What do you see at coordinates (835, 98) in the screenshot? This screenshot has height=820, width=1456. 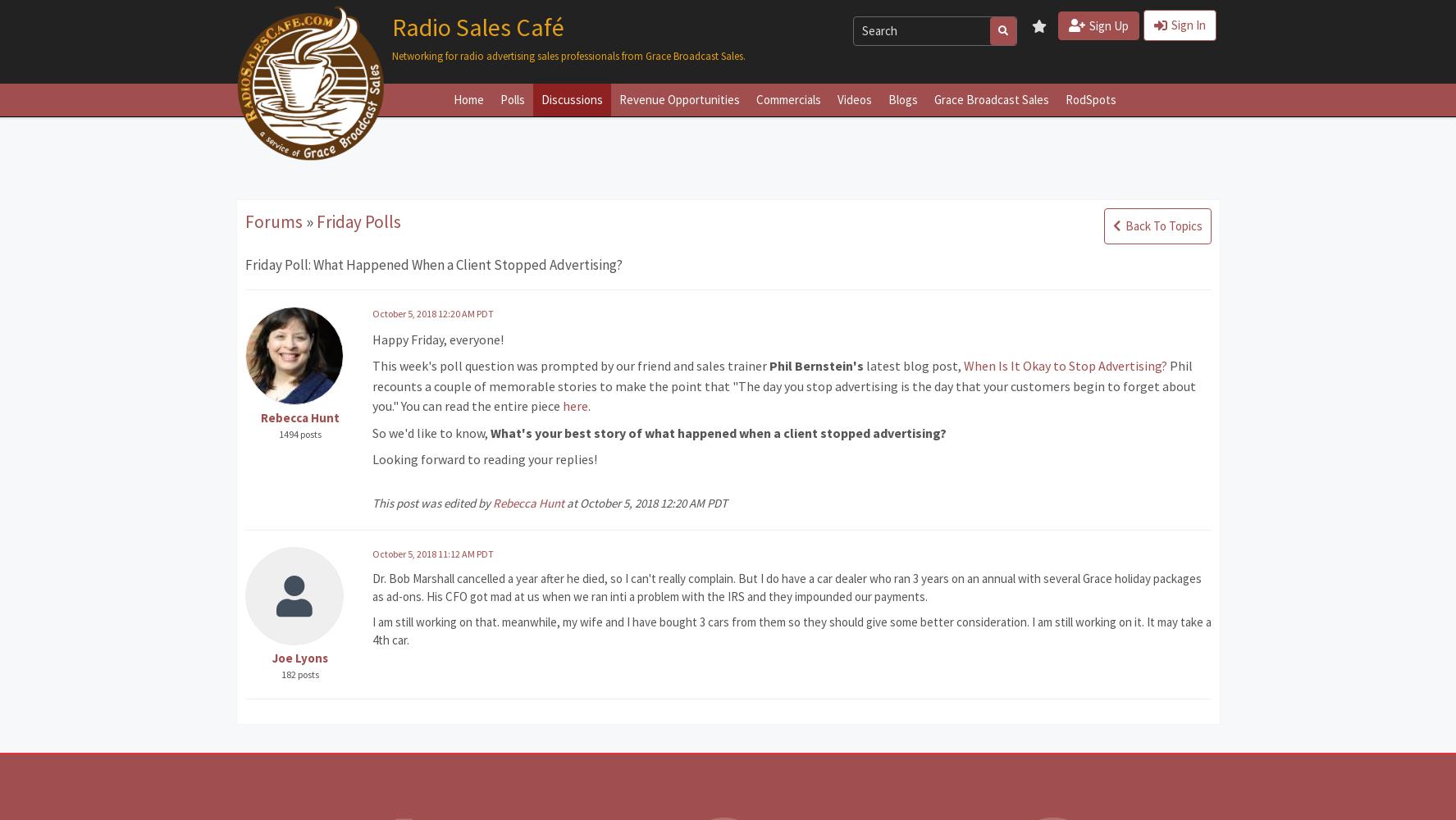 I see `'Videos'` at bounding box center [835, 98].